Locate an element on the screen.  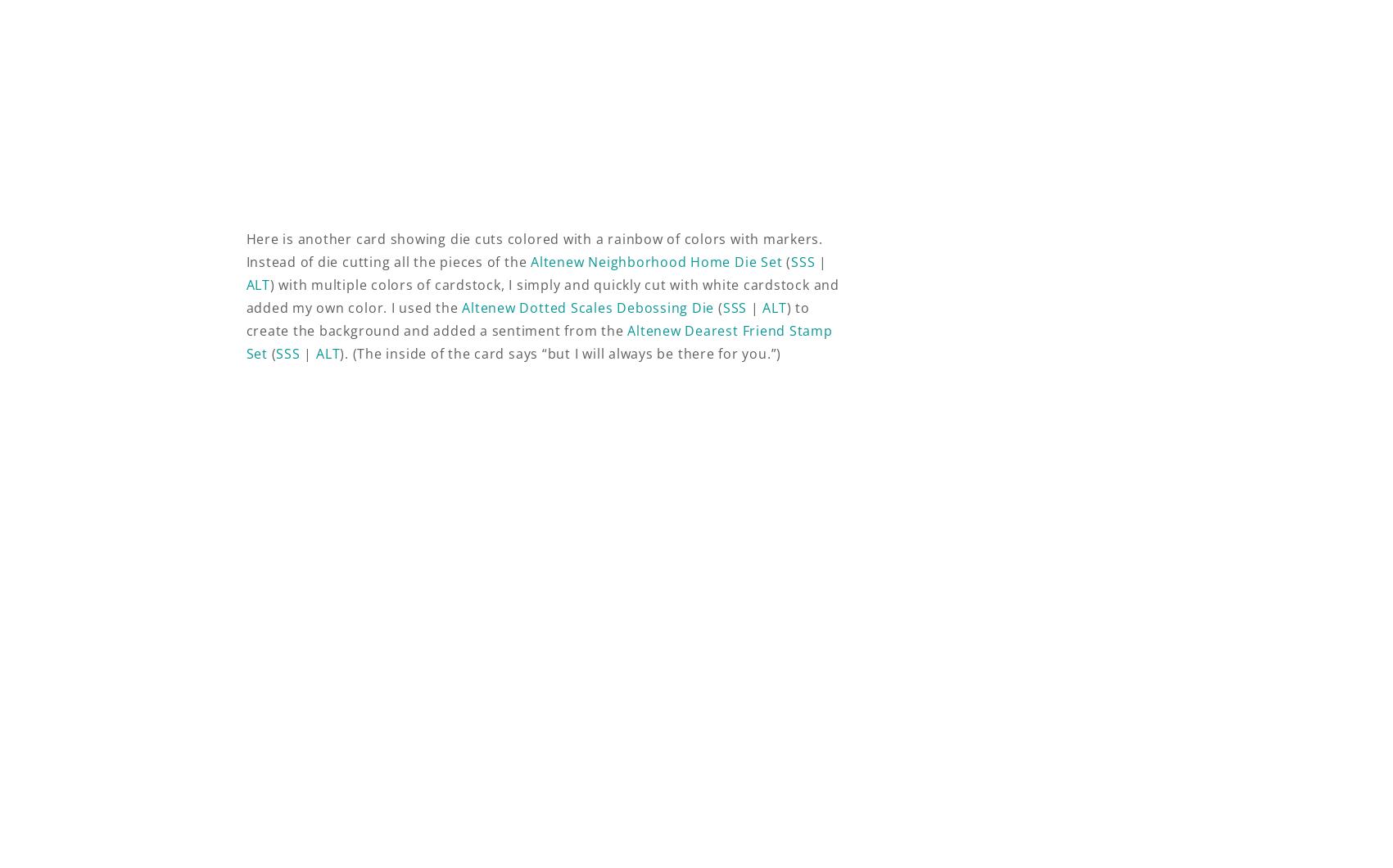
'Altenew Neighborhood Home Die Set' is located at coordinates (656, 262).